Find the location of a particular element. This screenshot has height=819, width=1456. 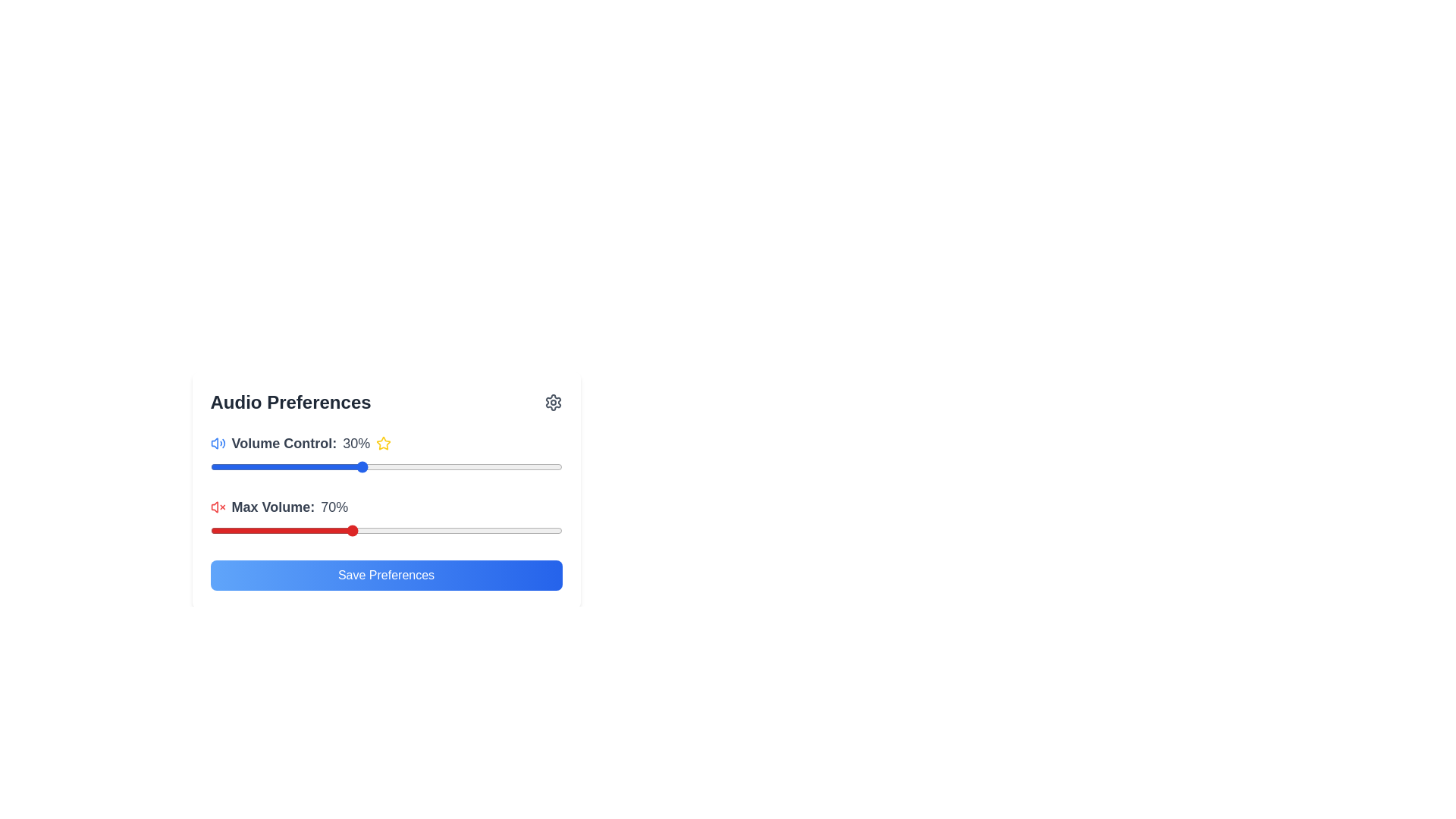

the text display indicating the current maximum volume setting, which is located in the second row of the 'Audio Preferences' section, below the 'Volume Control: 30%' element and above the red slider bar is located at coordinates (386, 507).